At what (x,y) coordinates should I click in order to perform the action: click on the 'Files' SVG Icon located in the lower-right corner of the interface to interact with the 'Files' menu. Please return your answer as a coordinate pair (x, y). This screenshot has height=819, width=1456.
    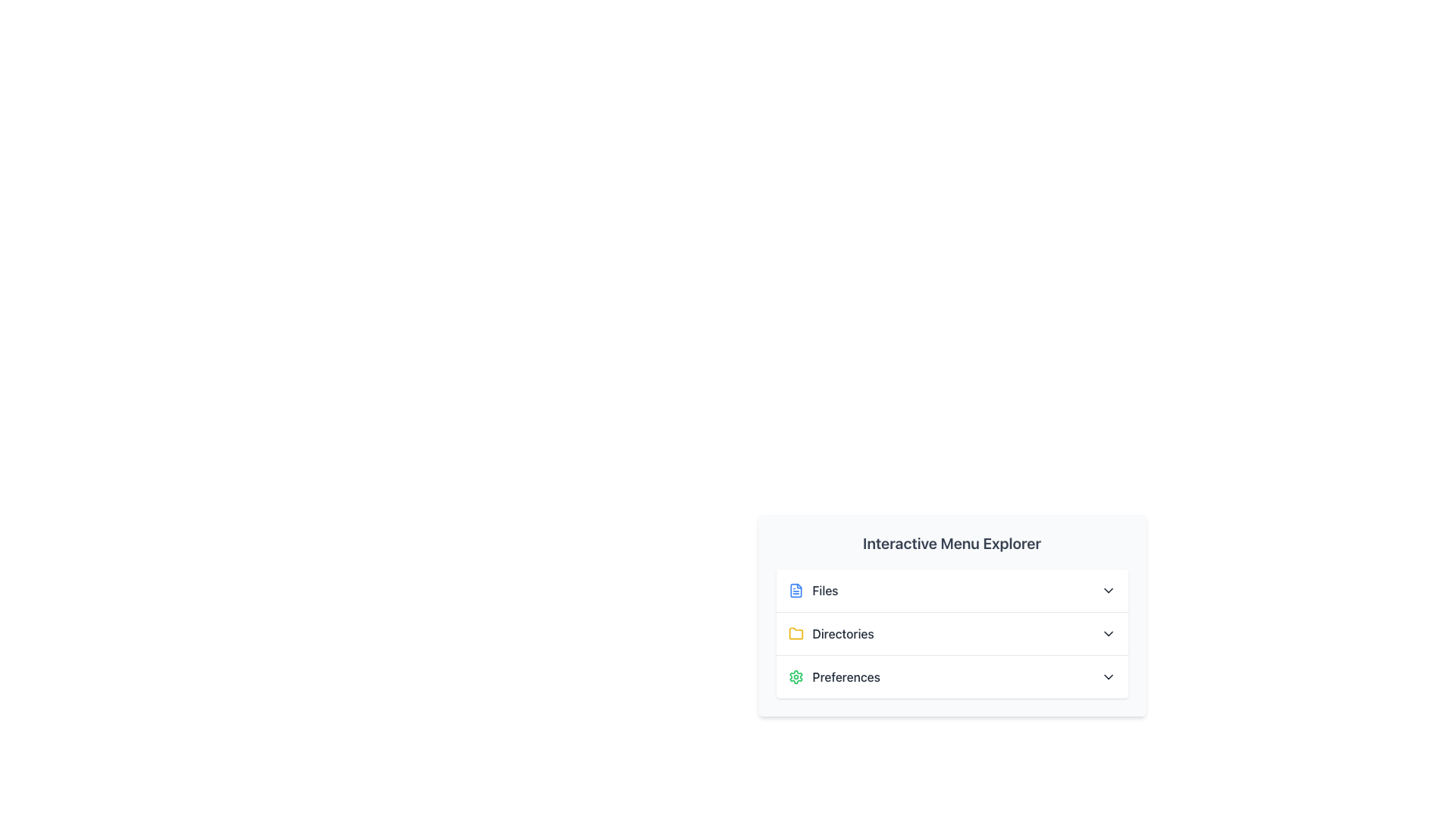
    Looking at the image, I should click on (795, 590).